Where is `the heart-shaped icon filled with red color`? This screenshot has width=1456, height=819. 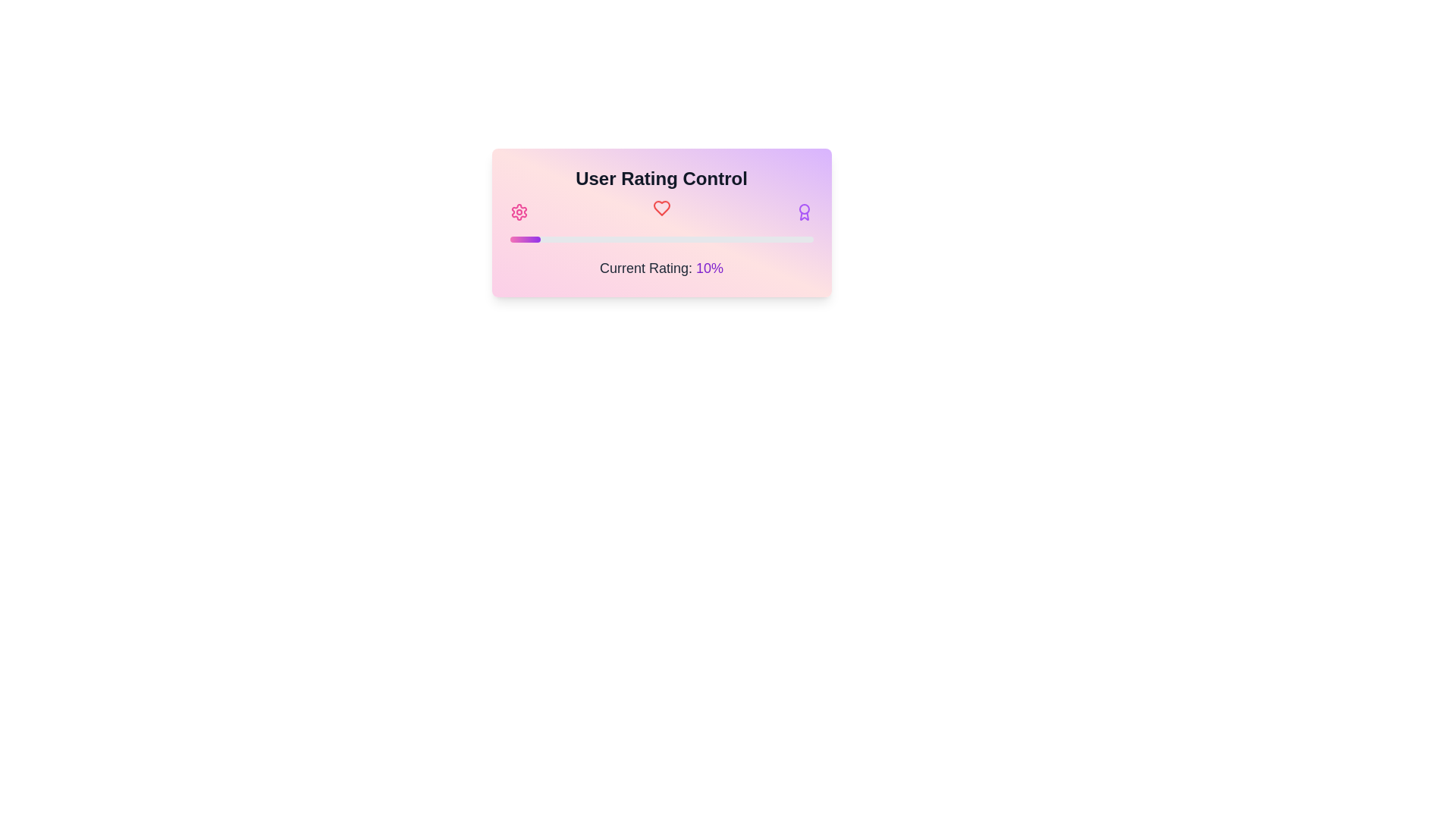
the heart-shaped icon filled with red color is located at coordinates (661, 210).